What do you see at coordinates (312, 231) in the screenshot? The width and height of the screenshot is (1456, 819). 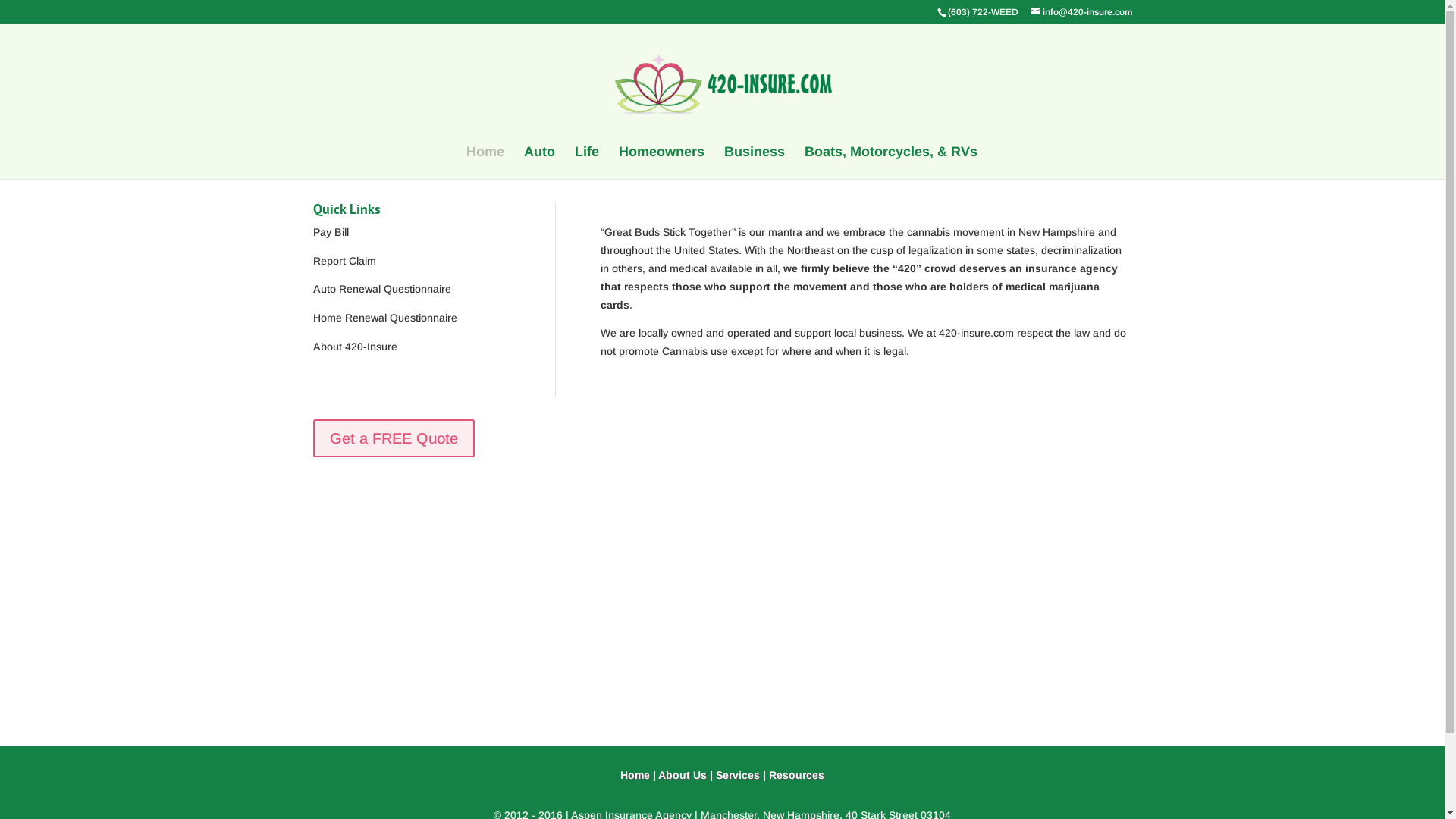 I see `'Pay Bill'` at bounding box center [312, 231].